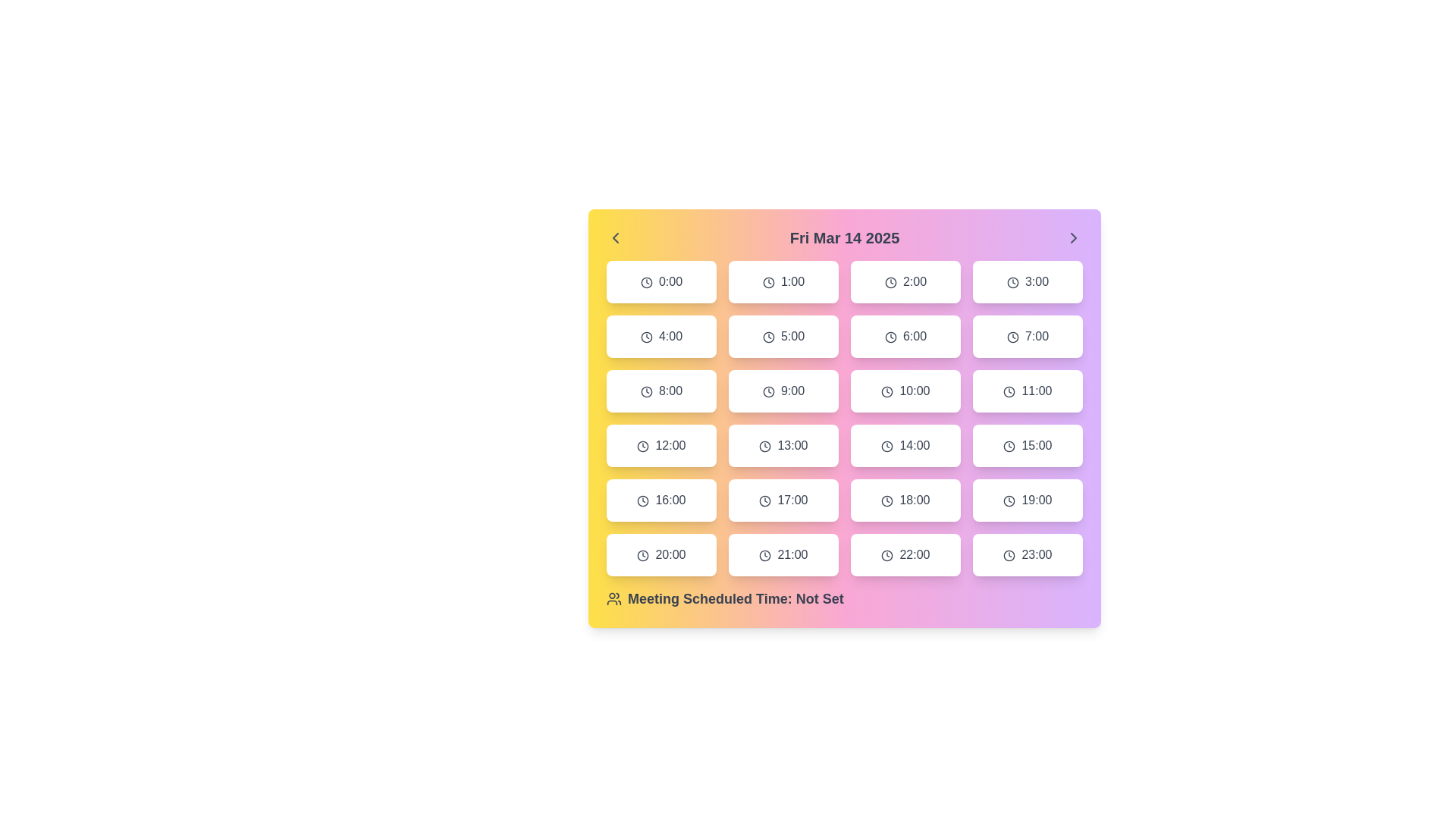 The height and width of the screenshot is (819, 1456). What do you see at coordinates (1028, 391) in the screenshot?
I see `the rounded rectangular button labeled '11:00' with a clock icon, located in the third column of the third row in a four-column grid` at bounding box center [1028, 391].